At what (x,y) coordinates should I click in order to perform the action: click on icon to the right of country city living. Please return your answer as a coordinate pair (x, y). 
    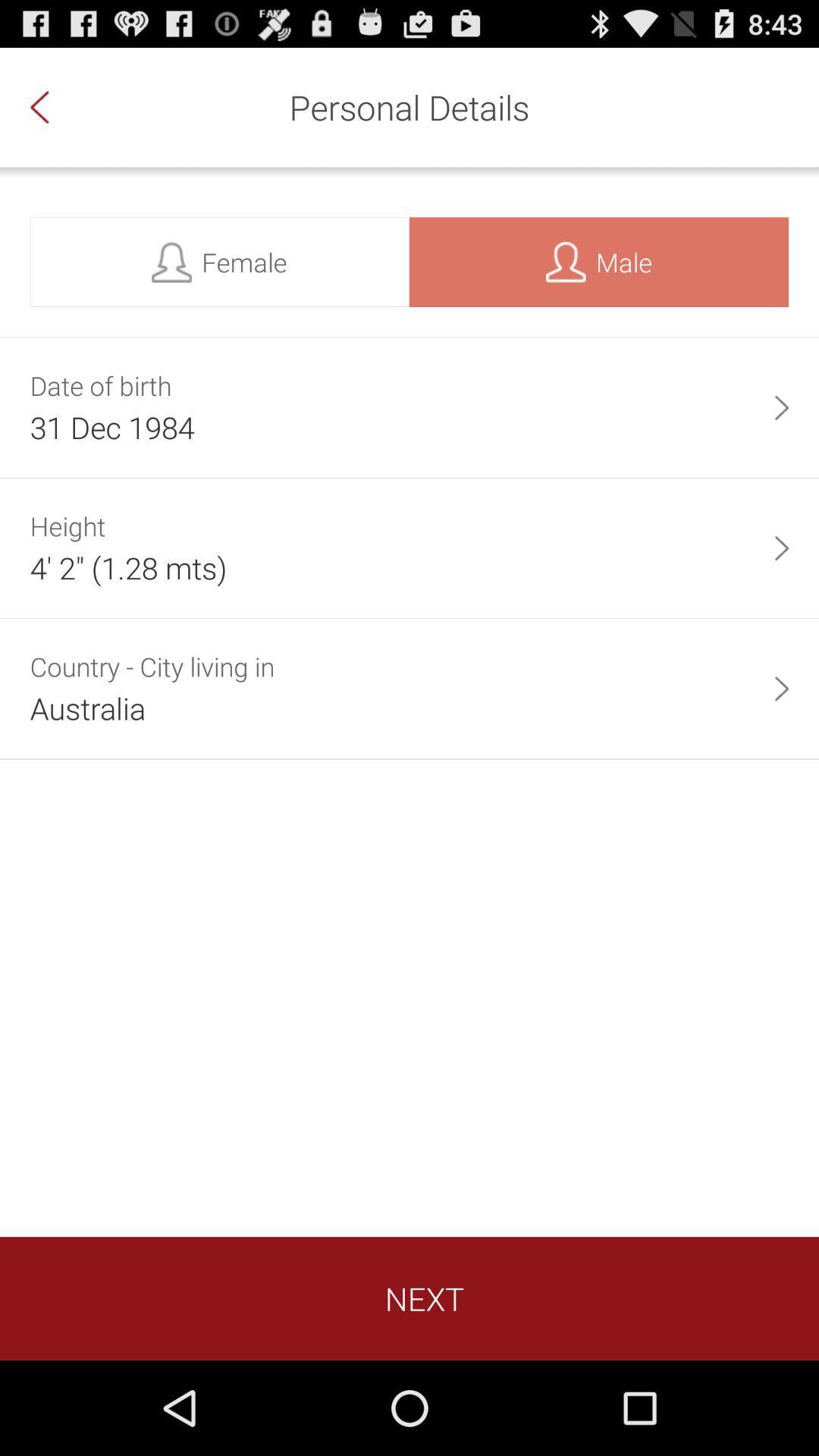
    Looking at the image, I should click on (781, 688).